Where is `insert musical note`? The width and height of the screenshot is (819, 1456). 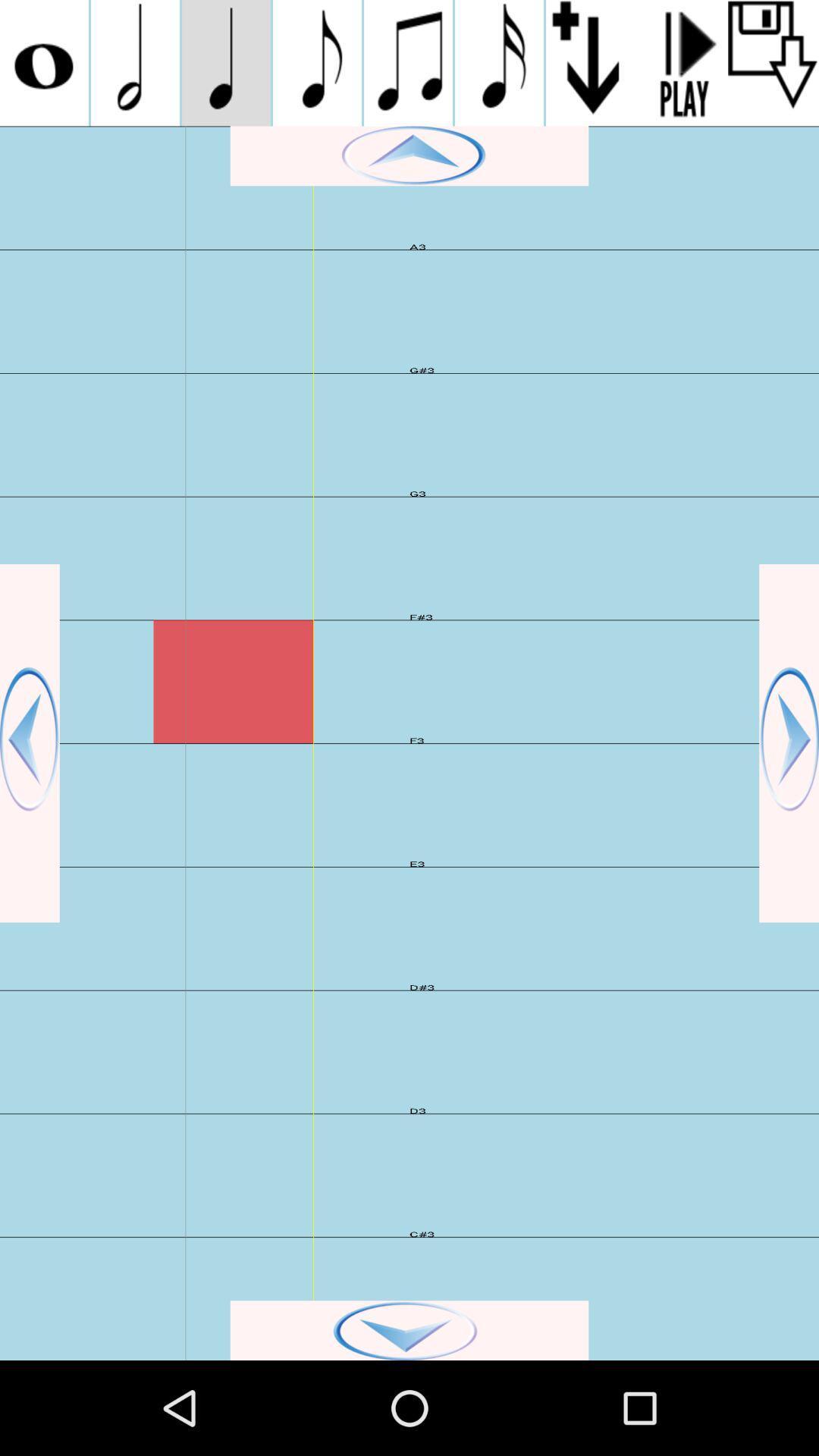 insert musical note is located at coordinates (499, 62).